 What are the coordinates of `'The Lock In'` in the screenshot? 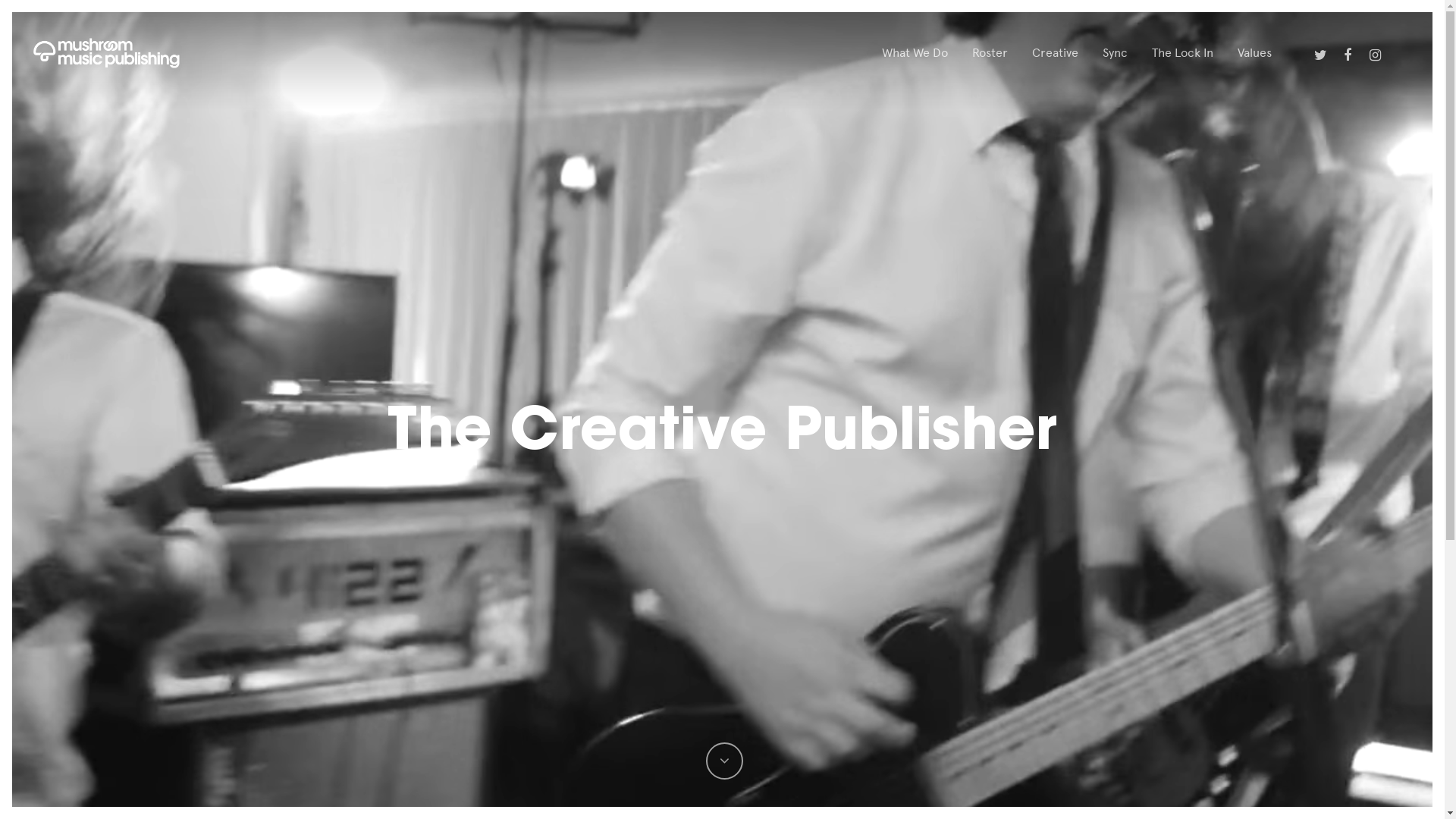 It's located at (1181, 52).